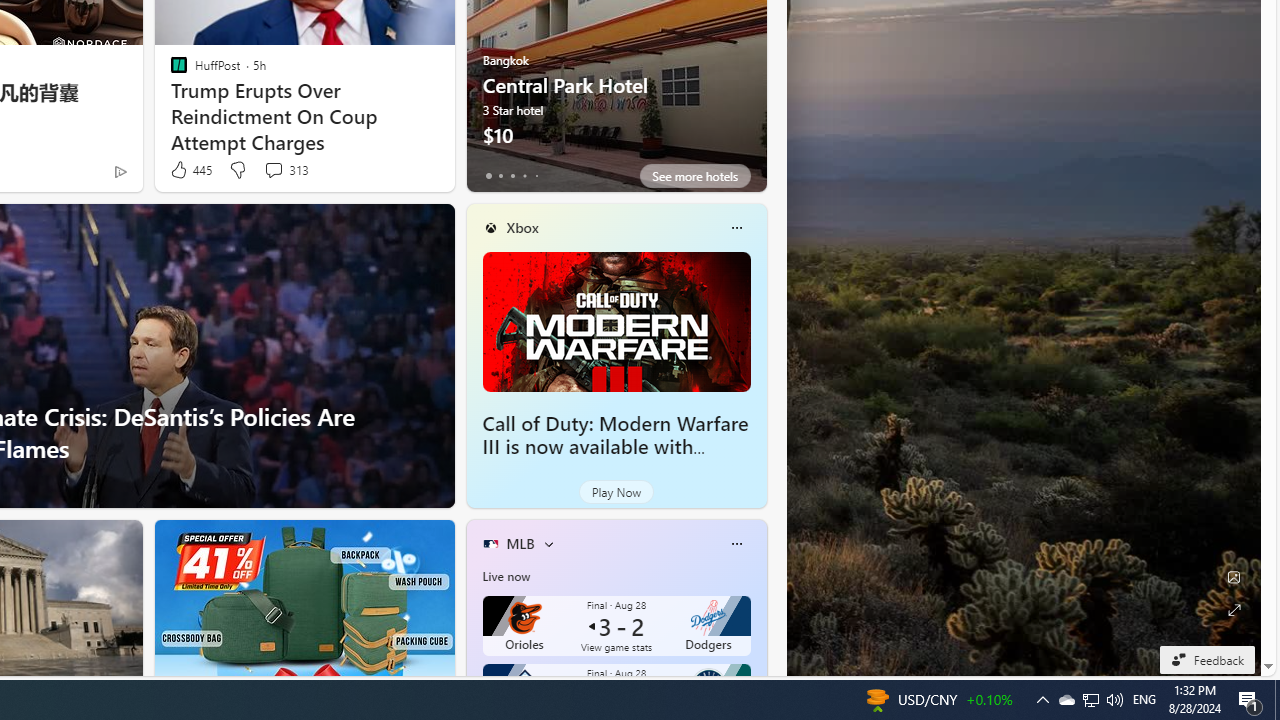  What do you see at coordinates (735, 543) in the screenshot?
I see `'Class: icon-img'` at bounding box center [735, 543].